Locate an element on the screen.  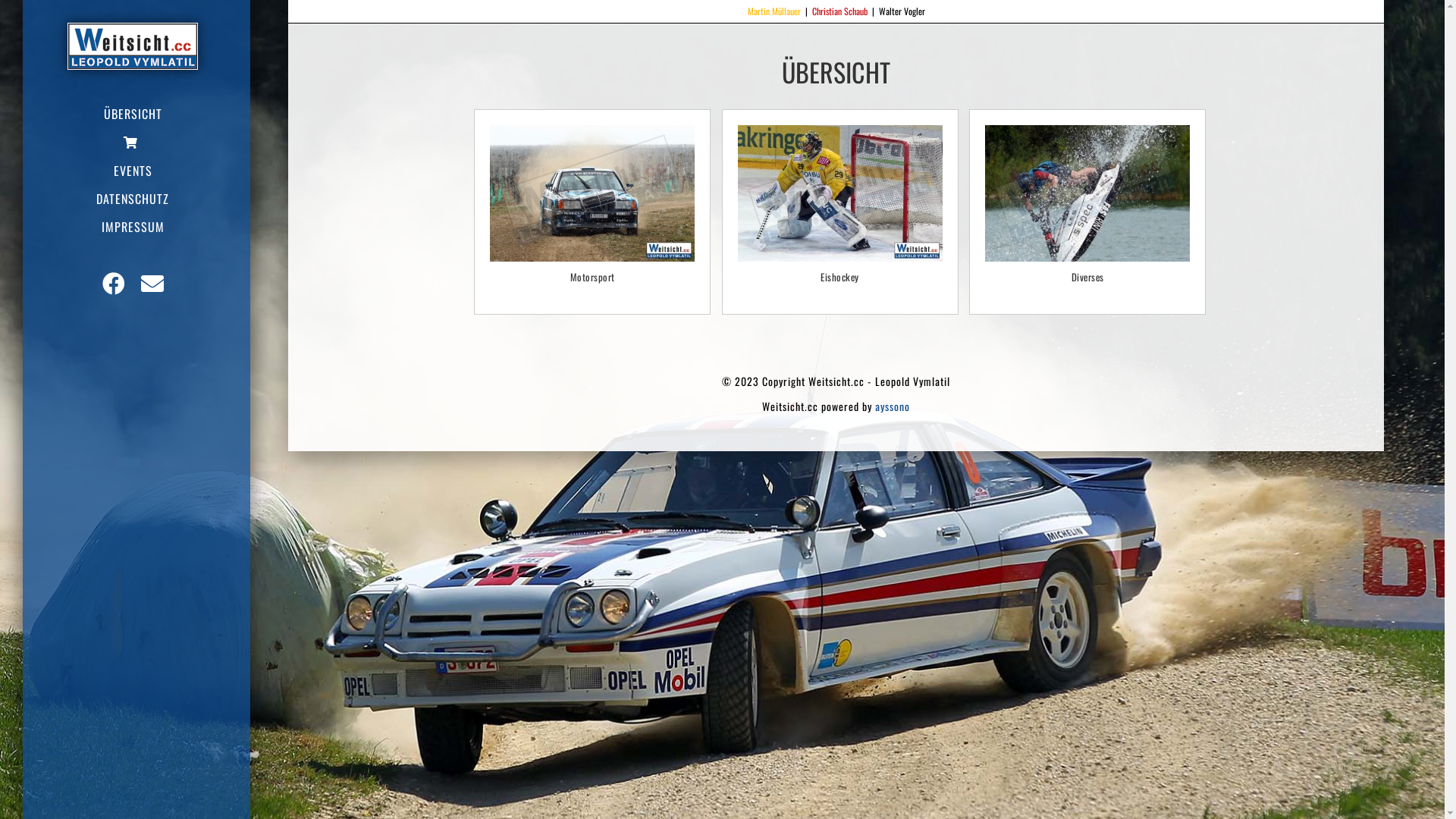
'IMPRESSUM' is located at coordinates (136, 227).